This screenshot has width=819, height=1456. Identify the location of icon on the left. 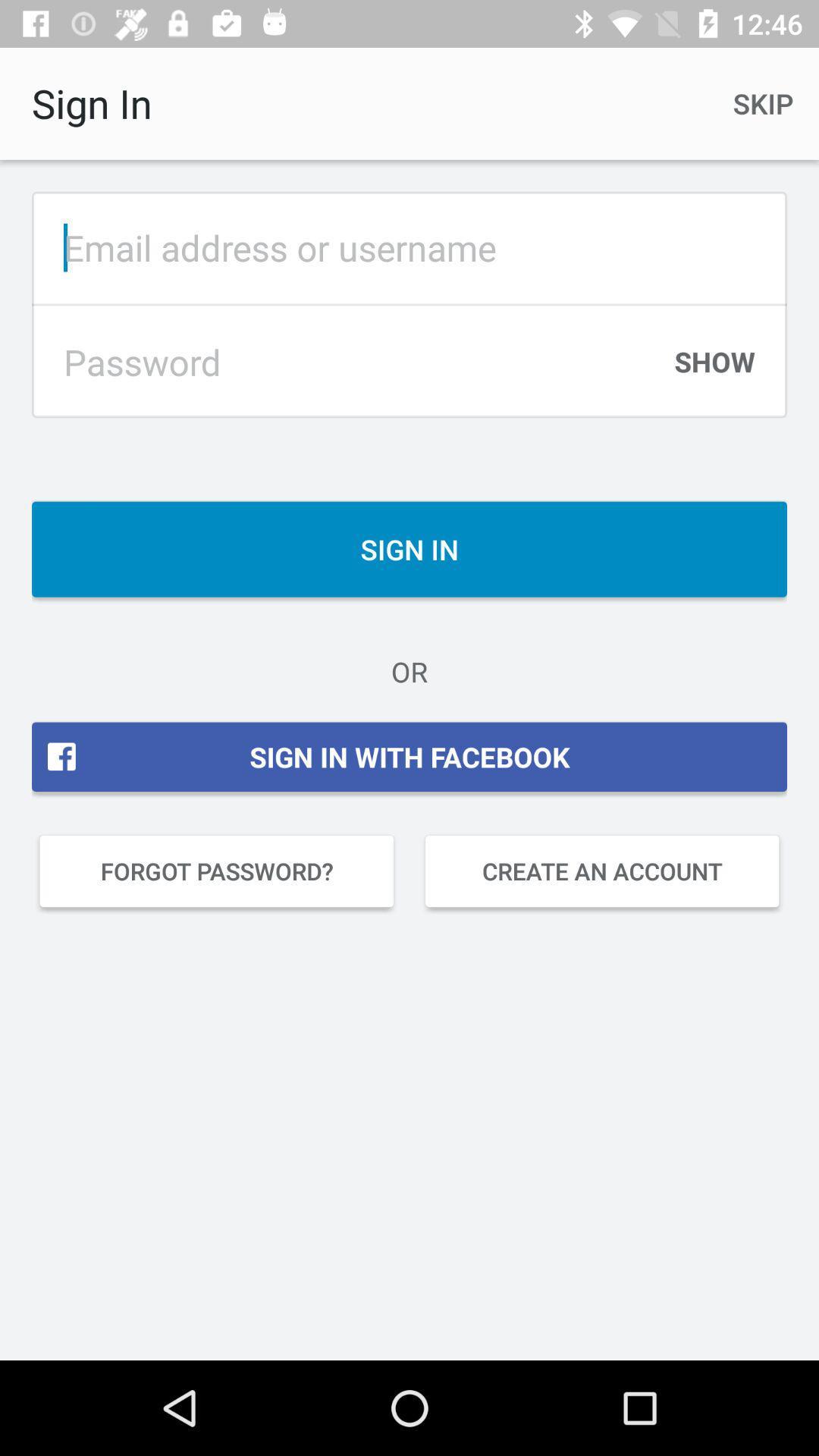
(216, 871).